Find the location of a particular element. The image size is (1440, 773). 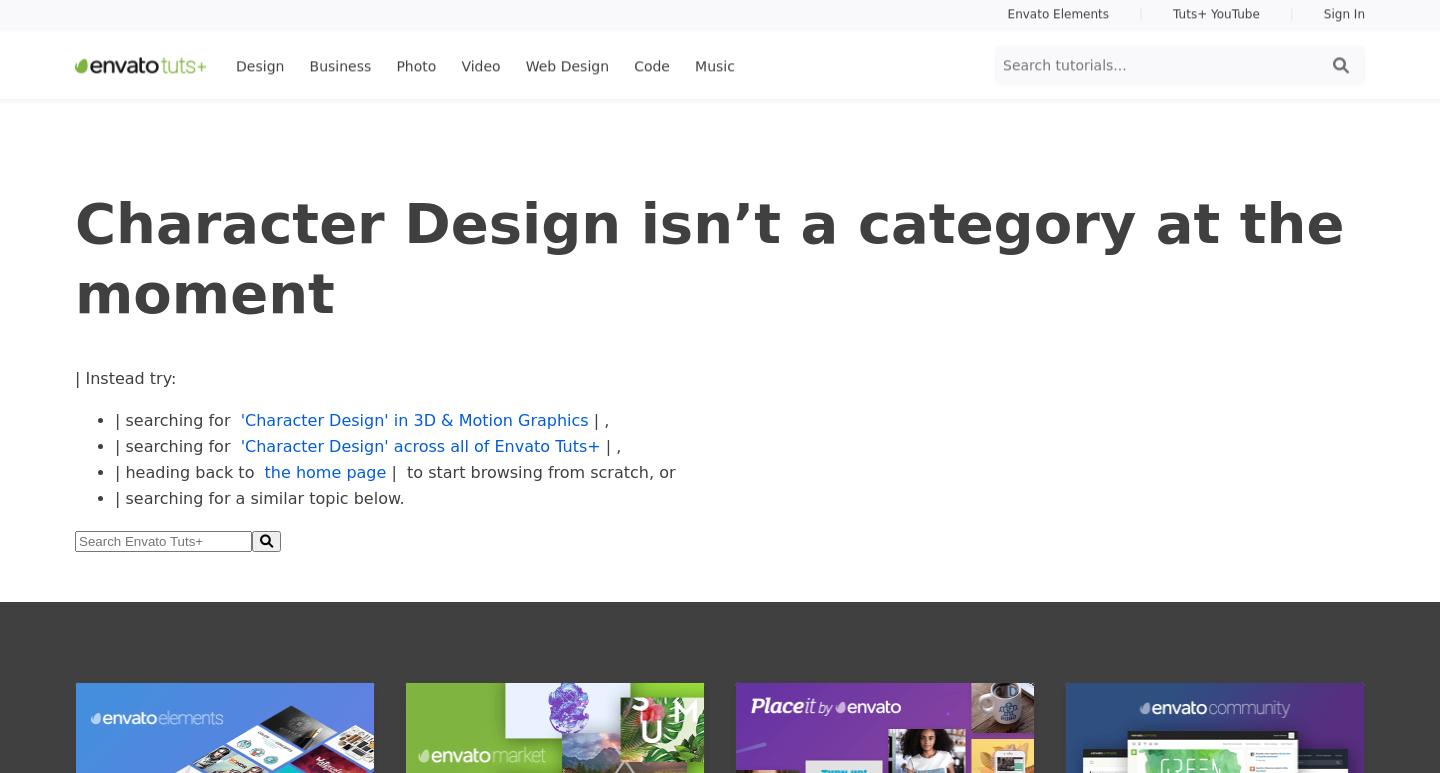

'Character Design isn’t a category at the moment' is located at coordinates (709, 256).